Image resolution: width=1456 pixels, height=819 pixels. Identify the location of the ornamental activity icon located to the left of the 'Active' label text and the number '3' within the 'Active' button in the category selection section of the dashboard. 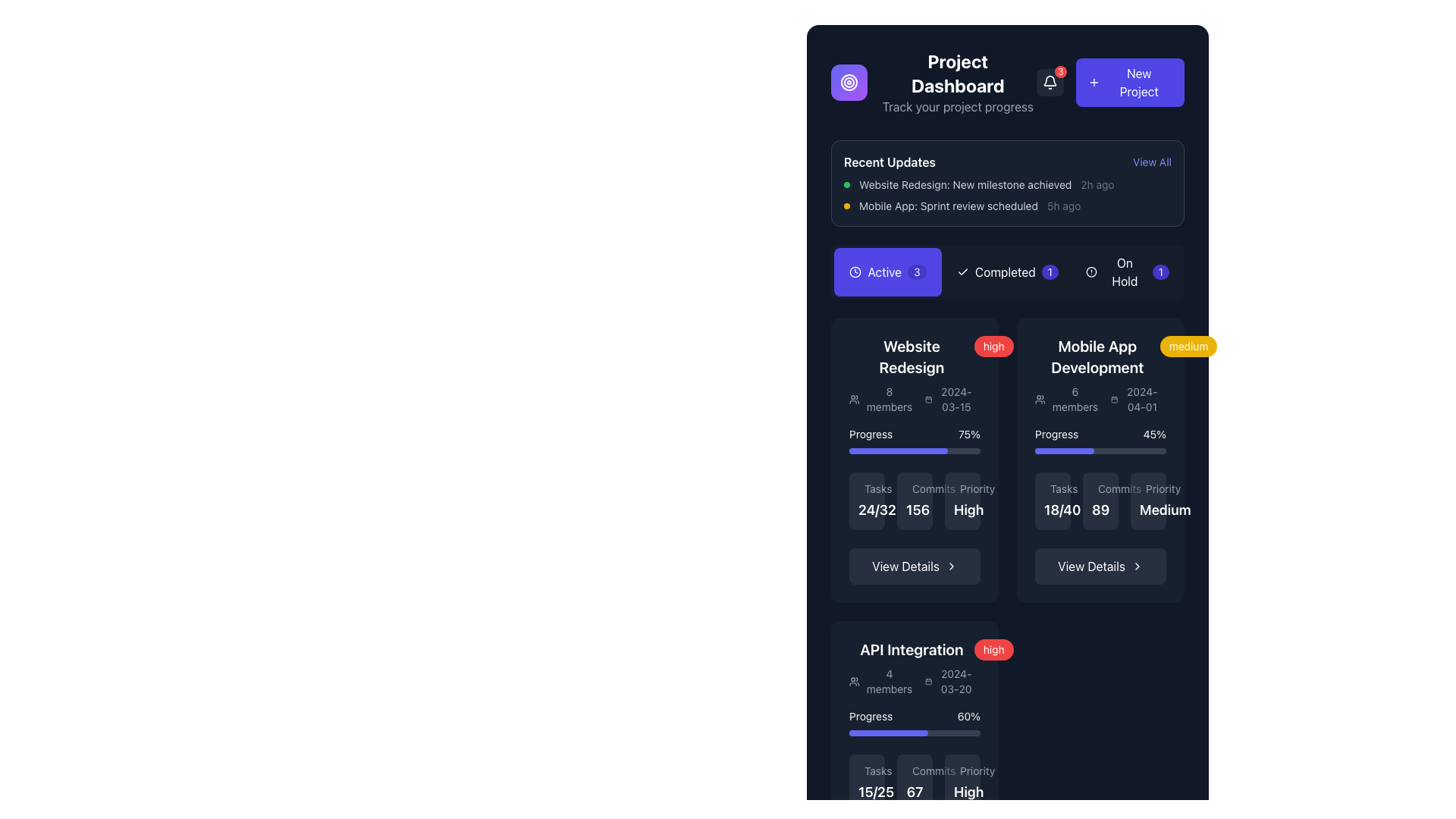
(855, 271).